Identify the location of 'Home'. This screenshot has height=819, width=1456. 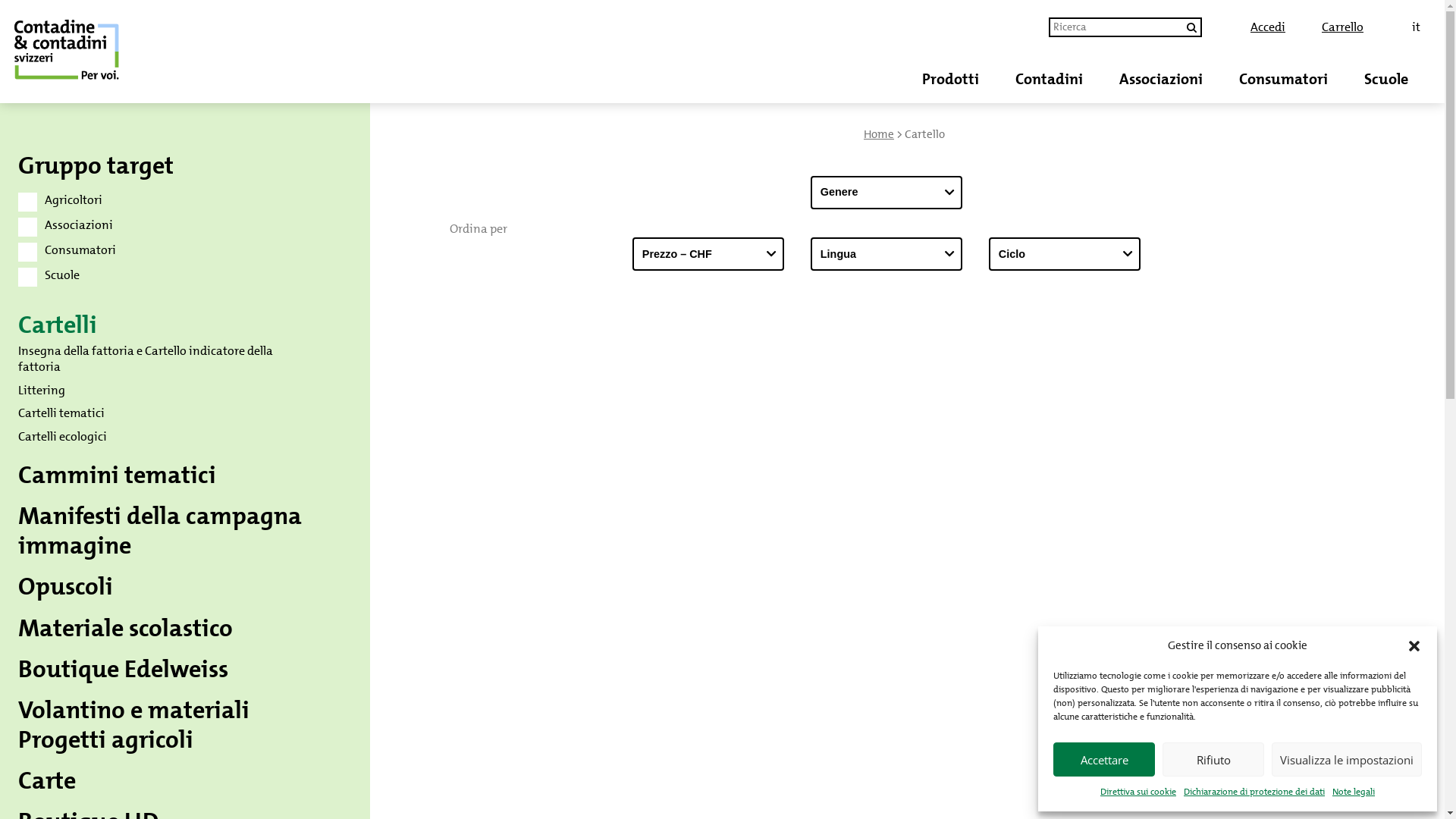
(863, 133).